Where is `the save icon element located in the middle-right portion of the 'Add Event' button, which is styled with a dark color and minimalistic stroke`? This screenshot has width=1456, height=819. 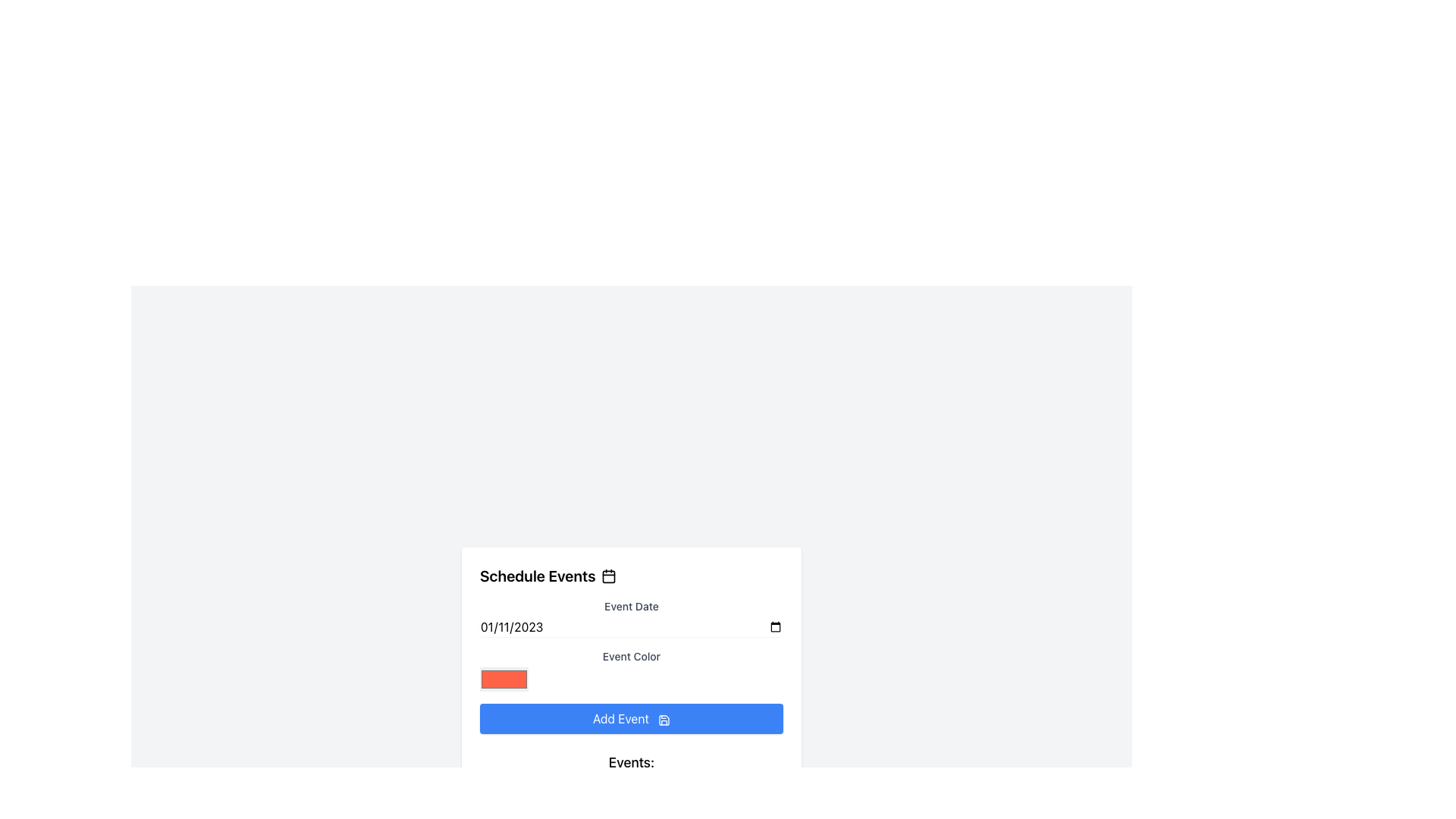 the save icon element located in the middle-right portion of the 'Add Event' button, which is styled with a dark color and minimalistic stroke is located at coordinates (664, 719).